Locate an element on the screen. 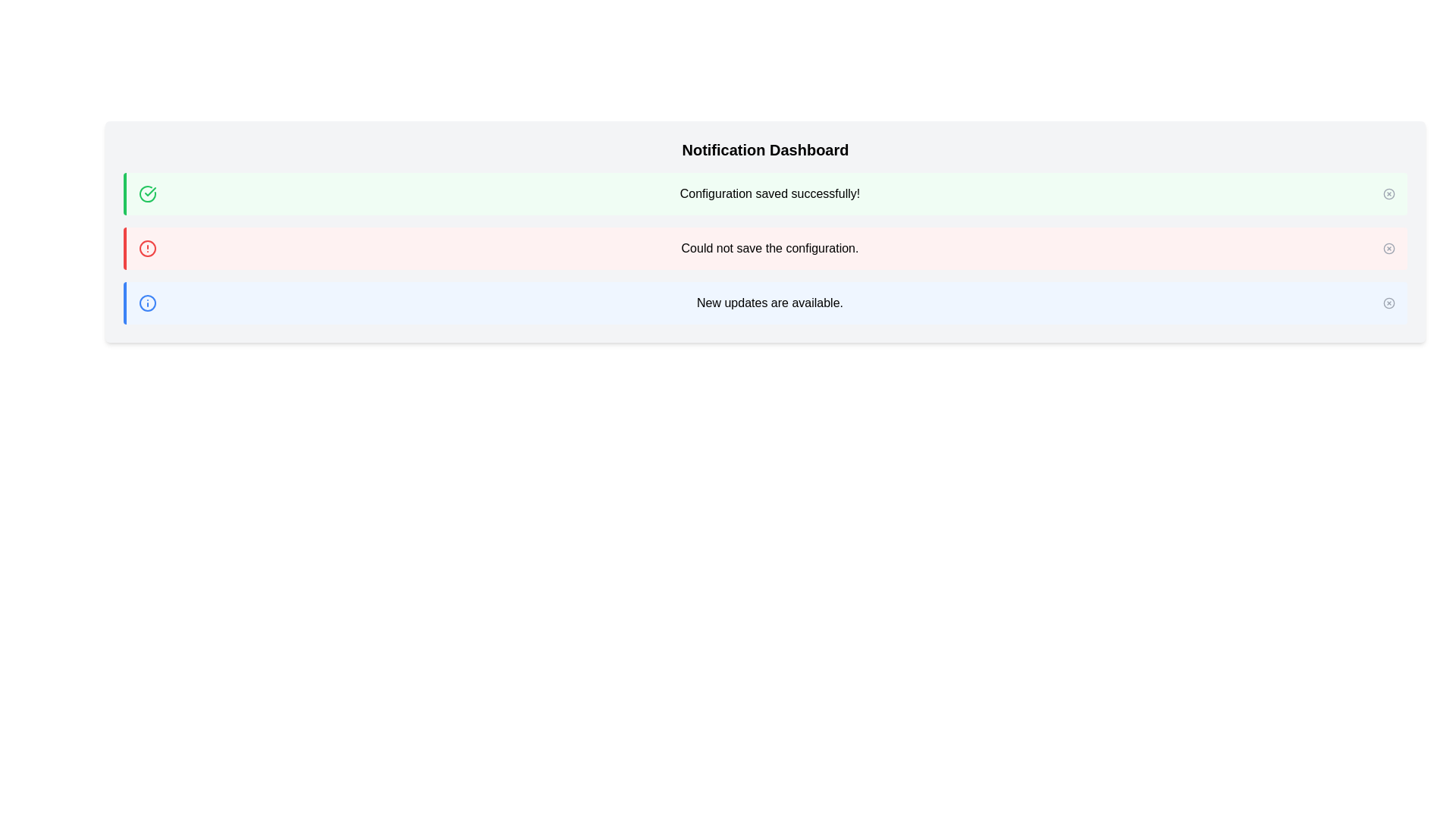 The image size is (1456, 819). text from the notification area indicating that the configuration has been successfully saved is located at coordinates (770, 193).